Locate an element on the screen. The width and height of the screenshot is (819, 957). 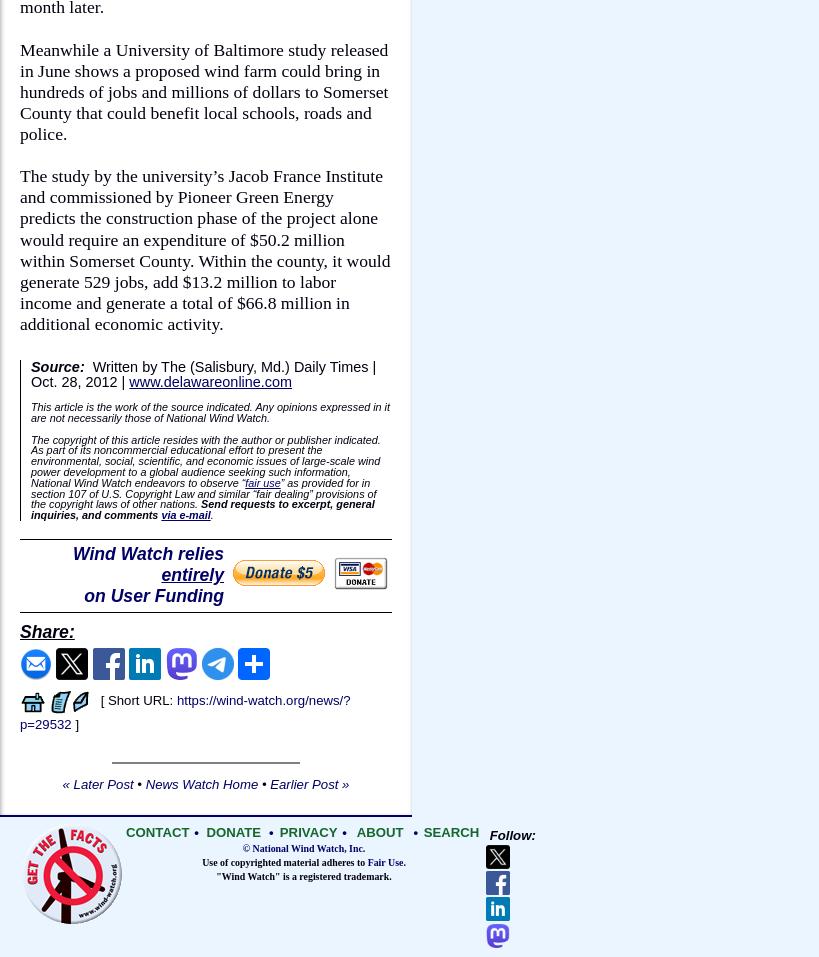
'© National Wind Watch, Inc.' is located at coordinates (303, 847).